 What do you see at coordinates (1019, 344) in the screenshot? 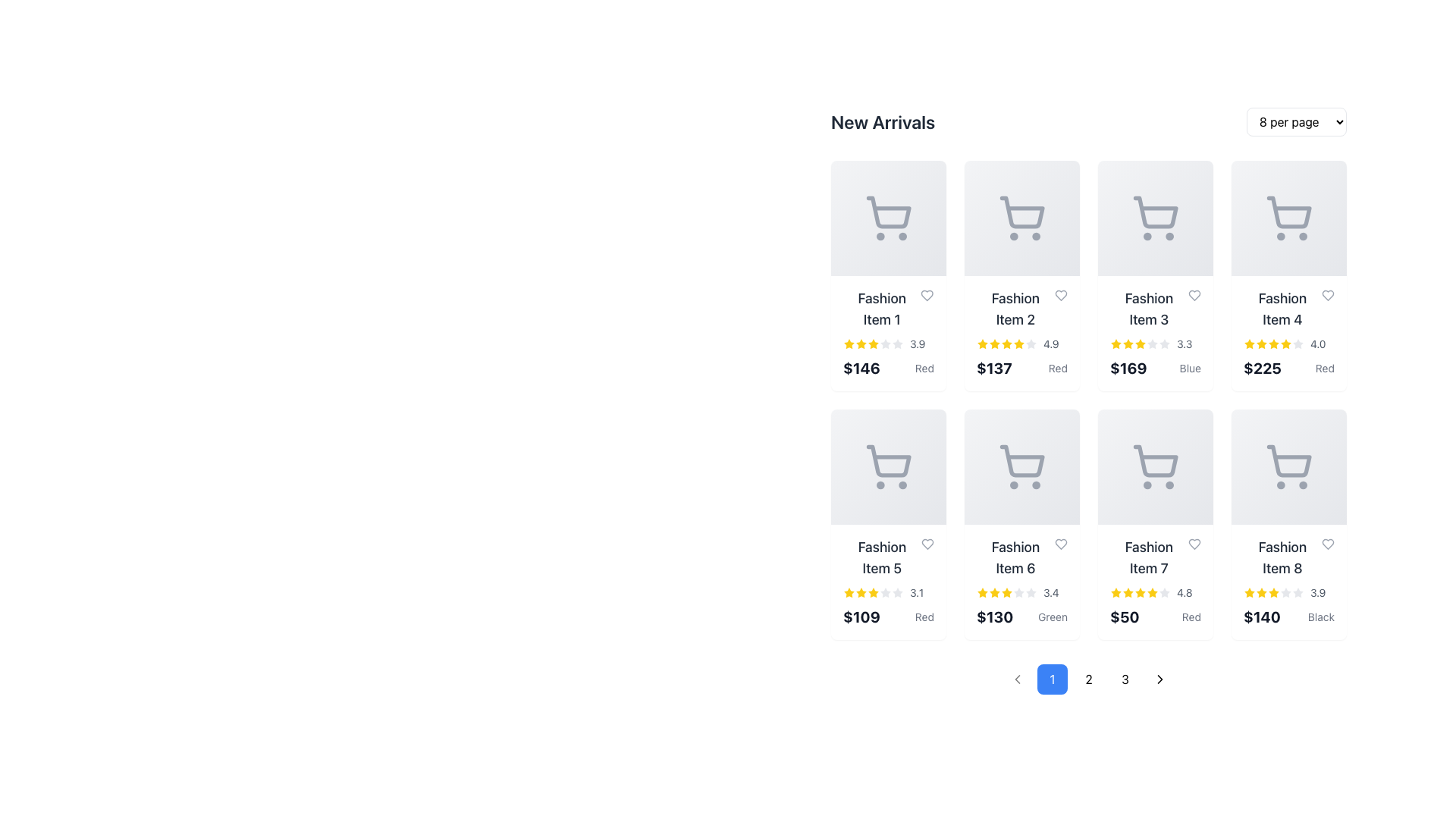
I see `the yellow star icon representing a rating indicator located in the 'Fashion Item 2' card in the second column of the product grid` at bounding box center [1019, 344].